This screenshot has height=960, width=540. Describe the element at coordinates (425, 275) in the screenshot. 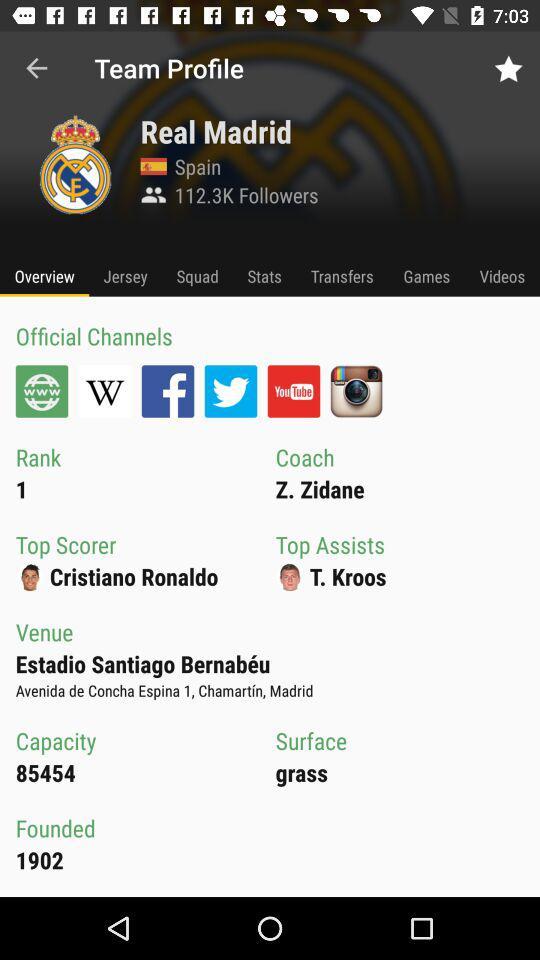

I see `icon next to the transfers item` at that location.